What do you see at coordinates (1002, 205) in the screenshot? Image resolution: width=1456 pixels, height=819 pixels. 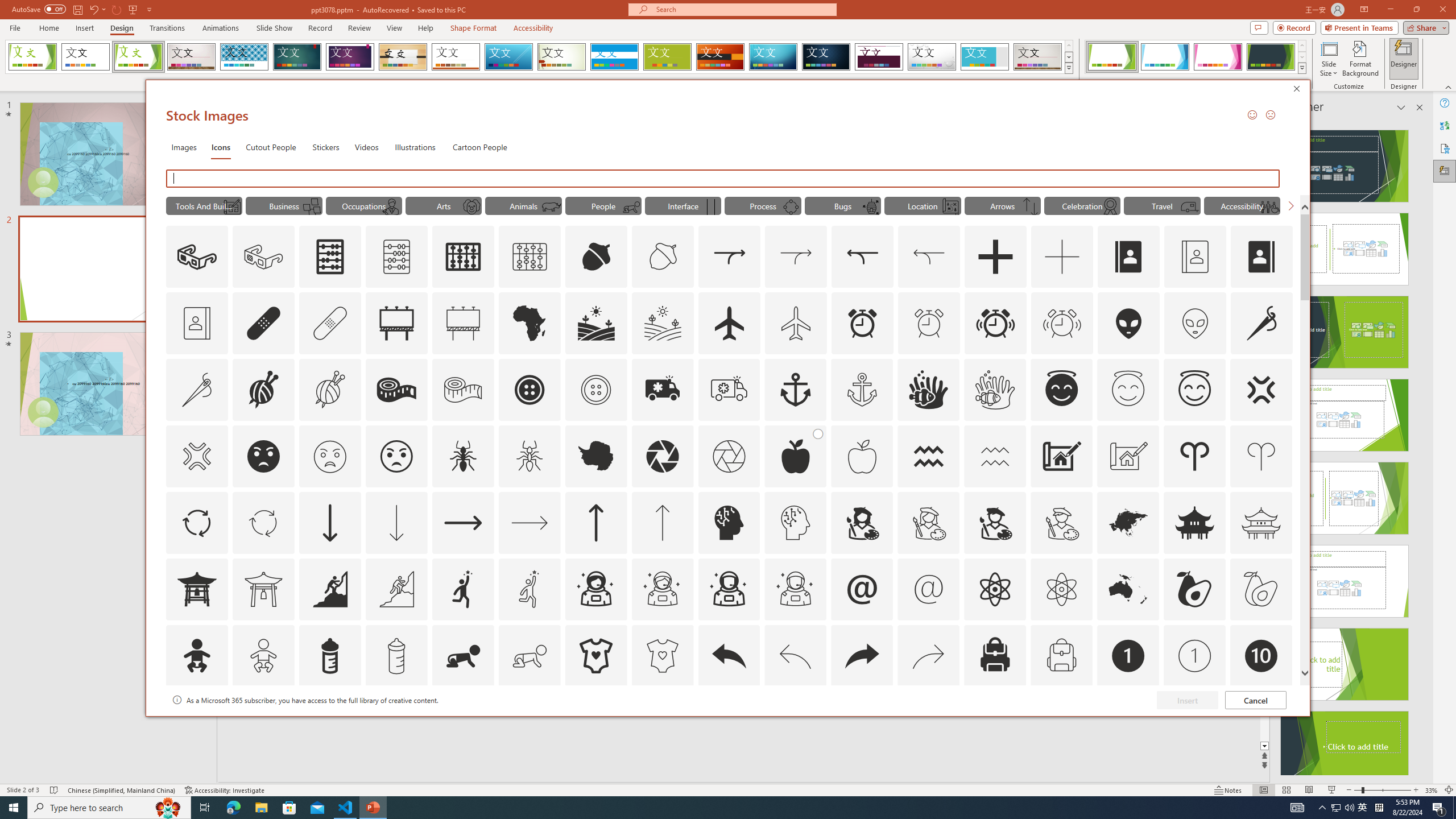 I see `'"Arrows" Icons.'` at bounding box center [1002, 205].